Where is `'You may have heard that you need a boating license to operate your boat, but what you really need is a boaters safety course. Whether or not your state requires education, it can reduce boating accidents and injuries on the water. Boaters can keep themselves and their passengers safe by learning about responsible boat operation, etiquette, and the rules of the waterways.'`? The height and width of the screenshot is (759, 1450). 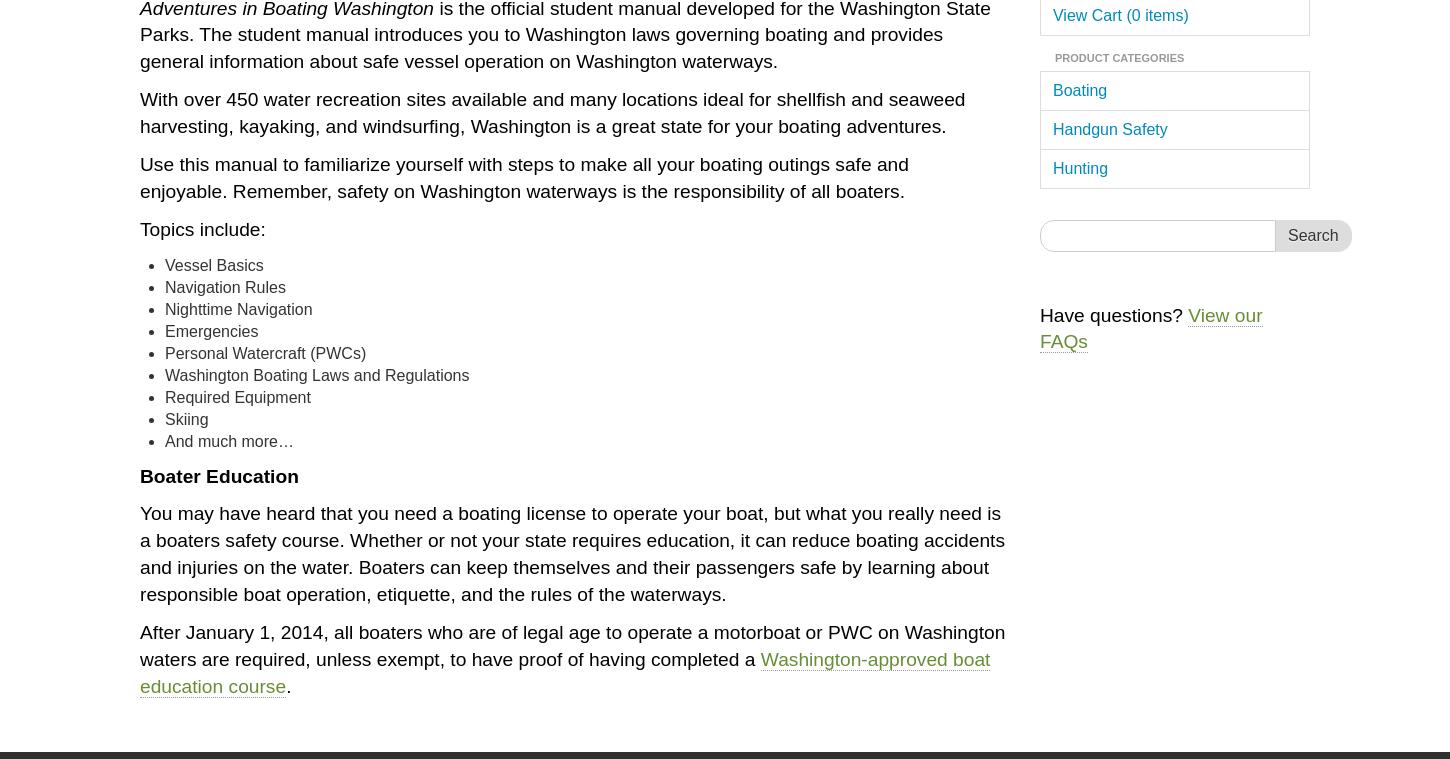
'You may have heard that you need a boating license to operate your boat, but what you really need is a boaters safety course. Whether or not your state requires education, it can reduce boating accidents and injuries on the water. Boaters can keep themselves and their passengers safe by learning about responsible boat operation, etiquette, and the rules of the waterways.' is located at coordinates (572, 552).